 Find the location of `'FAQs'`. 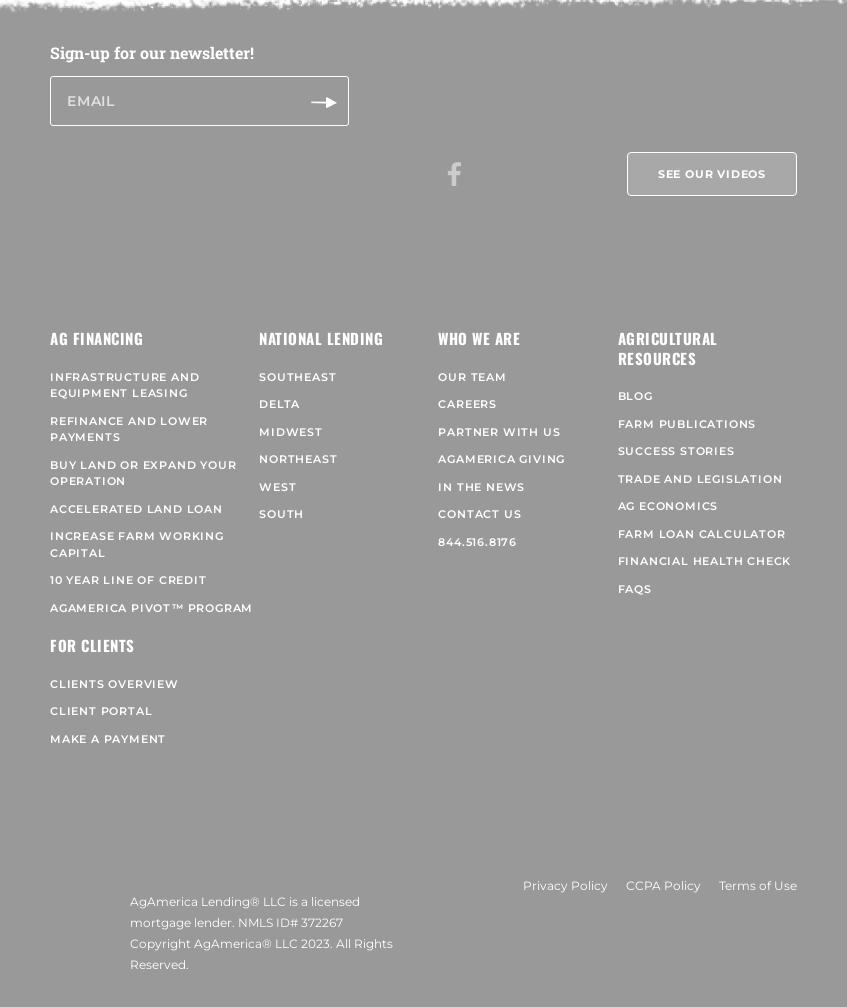

'FAQs' is located at coordinates (632, 575).